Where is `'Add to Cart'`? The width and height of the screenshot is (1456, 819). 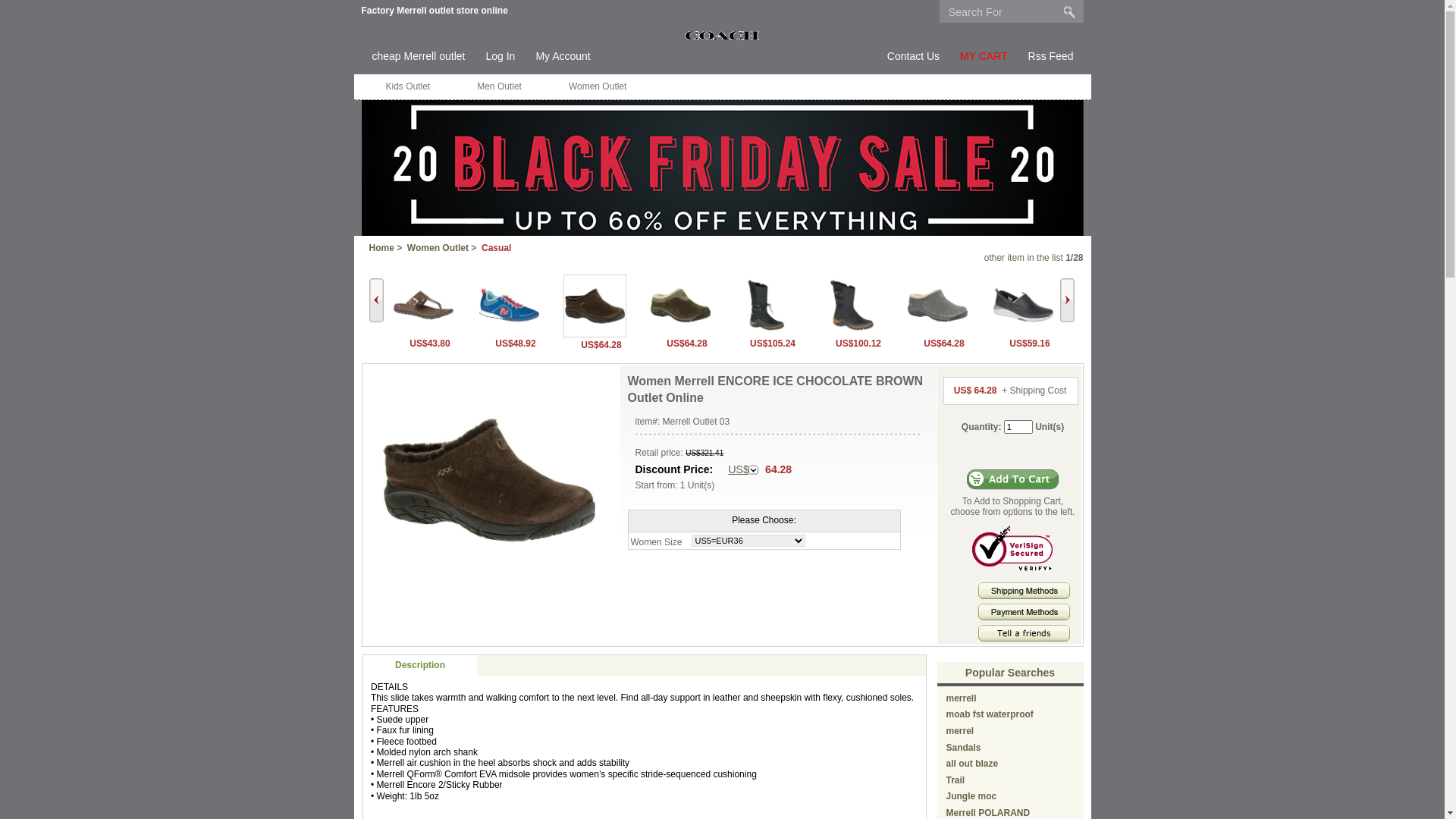 'Add to Cart' is located at coordinates (1012, 479).